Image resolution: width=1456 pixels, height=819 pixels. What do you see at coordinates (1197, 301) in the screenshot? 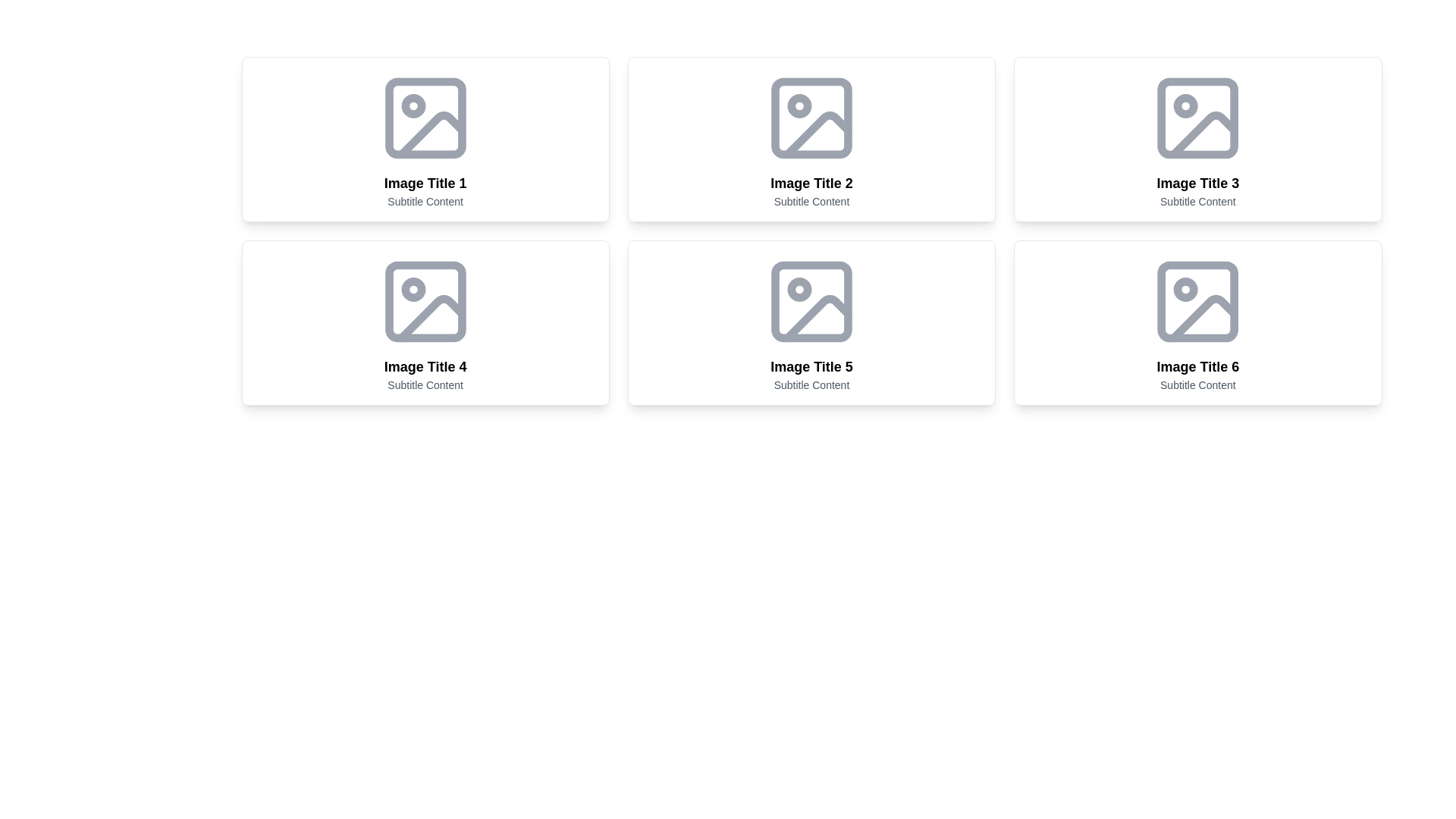
I see `the icon or graphical placeholder located in the last card of the grid layout, positioned at the top center above 'Image Title 6' and 'Subtitle Content'` at bounding box center [1197, 301].